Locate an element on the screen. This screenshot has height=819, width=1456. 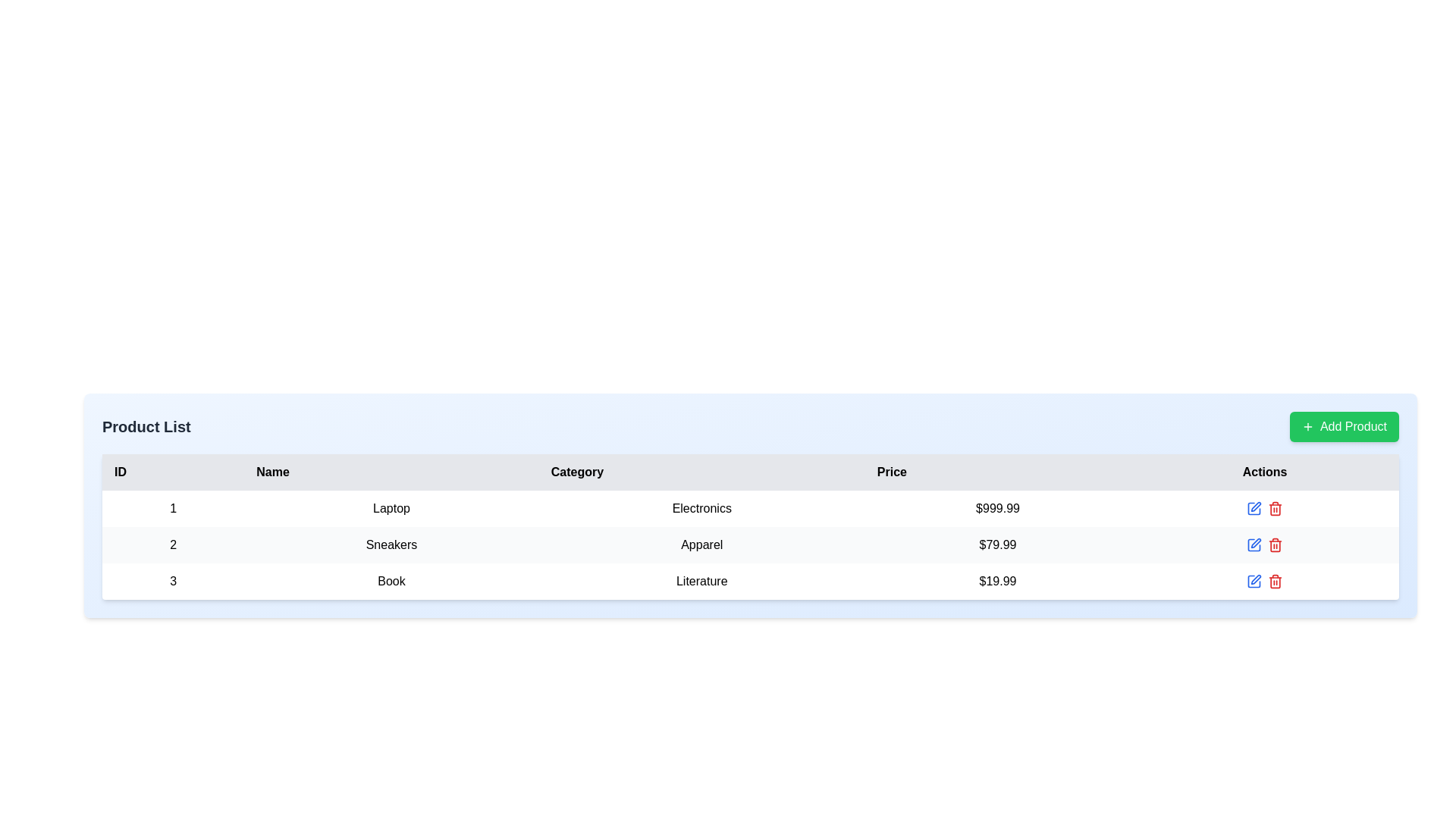
the text label displaying the number '2' in black, located in the first column of the table in the second row, adjacent to the 'Sneakers' label is located at coordinates (173, 544).